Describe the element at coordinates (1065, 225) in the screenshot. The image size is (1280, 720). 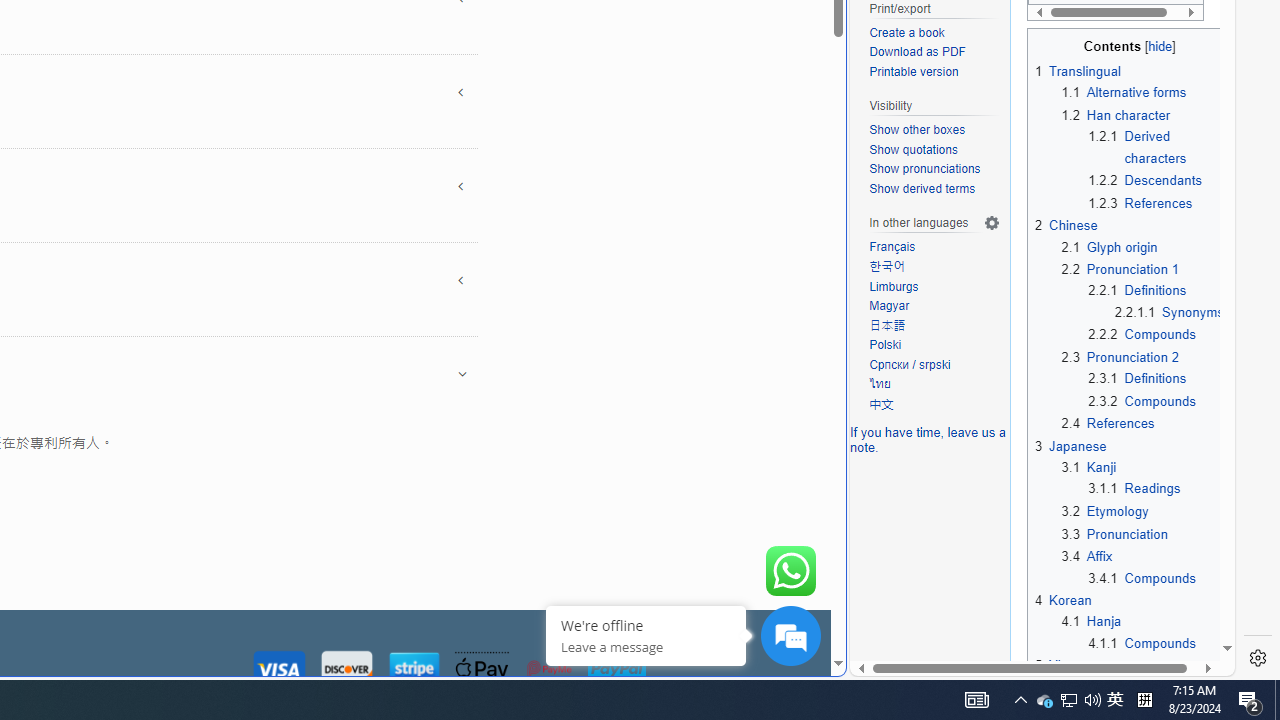
I see `'2 Chinese'` at that location.